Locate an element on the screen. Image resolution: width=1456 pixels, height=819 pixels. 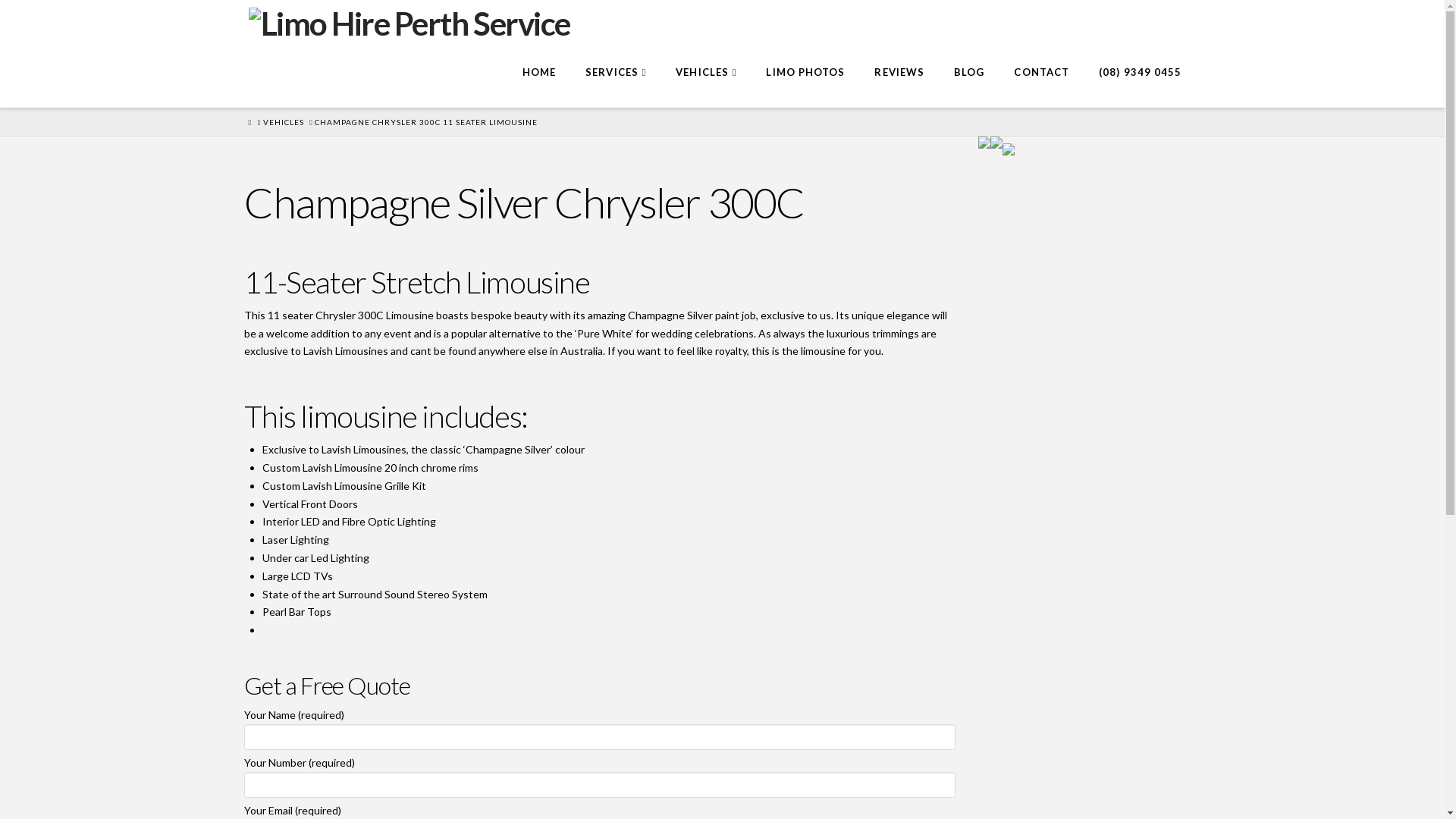
'VEHICLES' is located at coordinates (704, 73).